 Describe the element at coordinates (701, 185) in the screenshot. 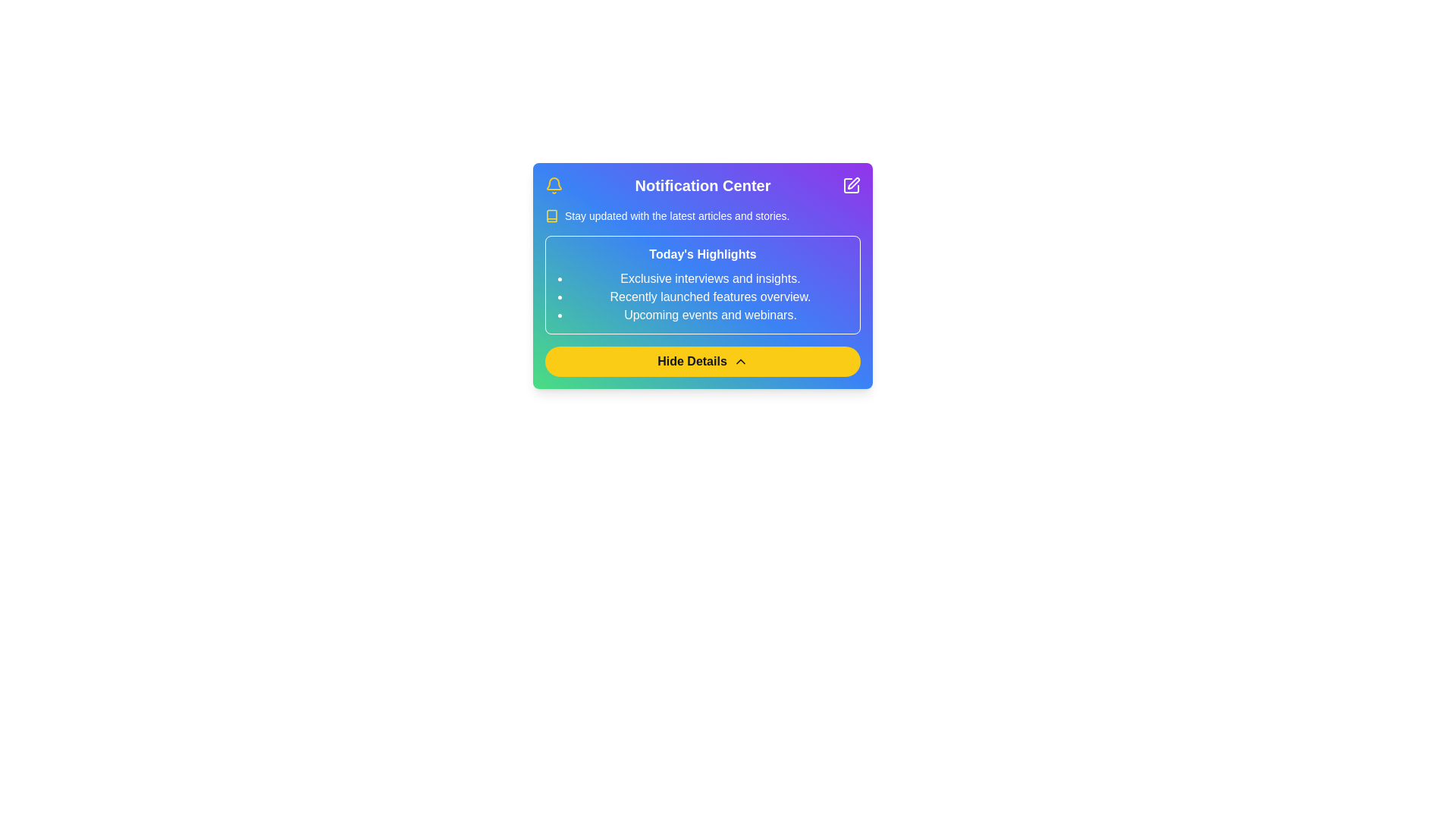

I see `text content of the Header section located at the top of the card, which is centrally aligned and flanked by a bell icon on the left and a pen icon on the right` at that location.